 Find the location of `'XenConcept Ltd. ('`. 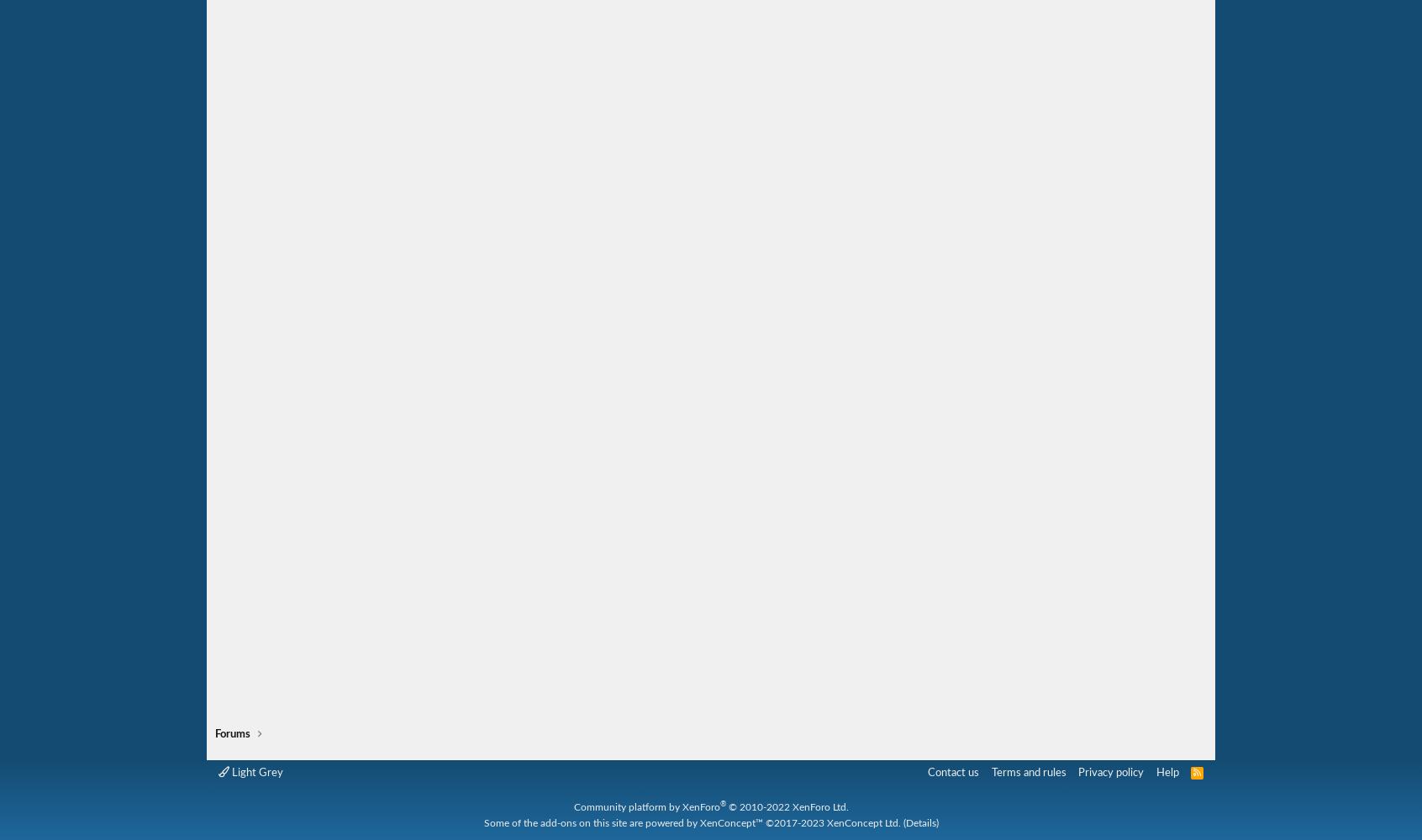

'XenConcept Ltd. (' is located at coordinates (864, 822).